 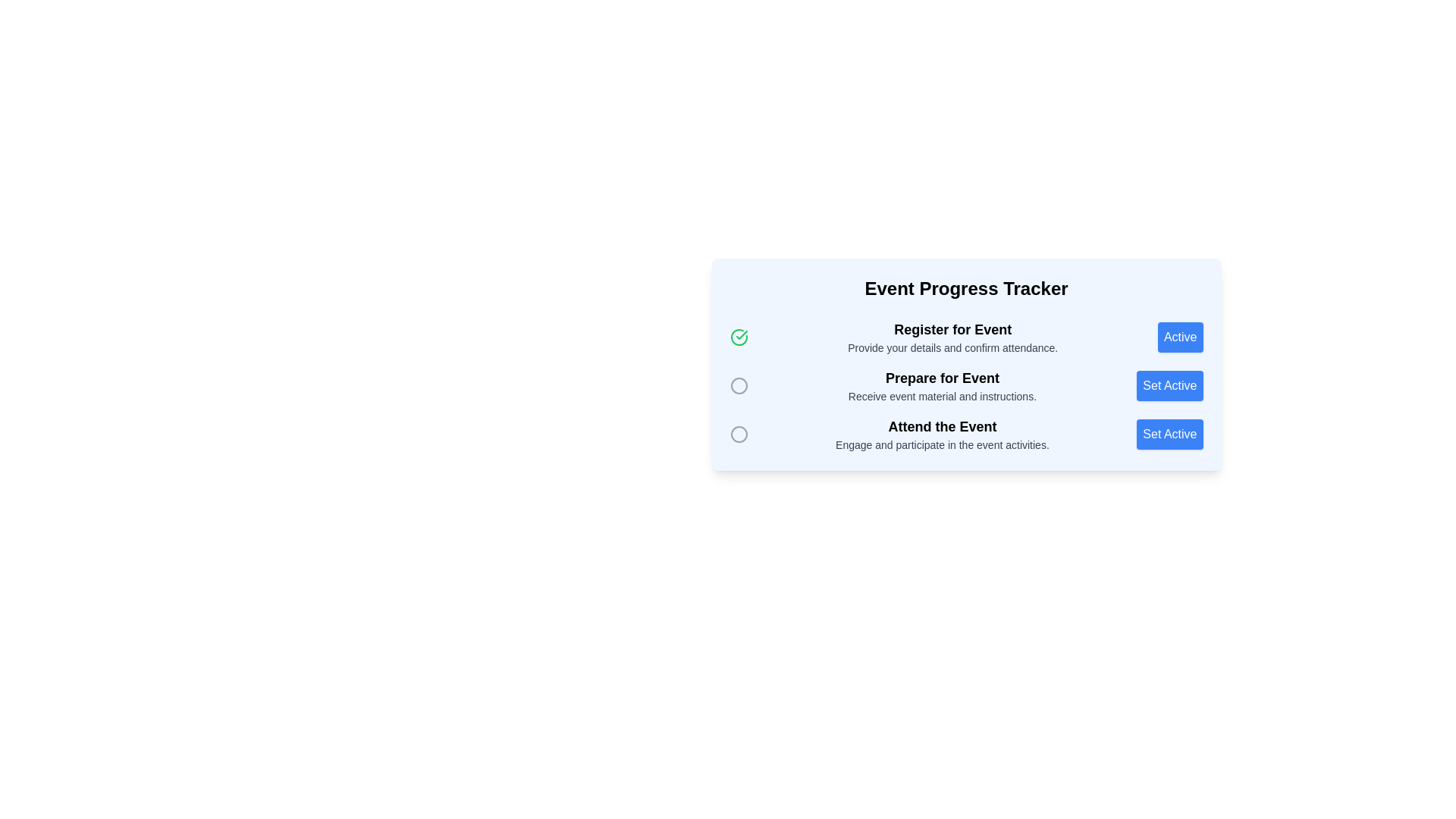 I want to click on the label that serves as the third step in the 'Event Progress Tracker', positioned below 'Prepare for Event' and above the description 'Engage and participate in the event activities', so click(x=942, y=427).